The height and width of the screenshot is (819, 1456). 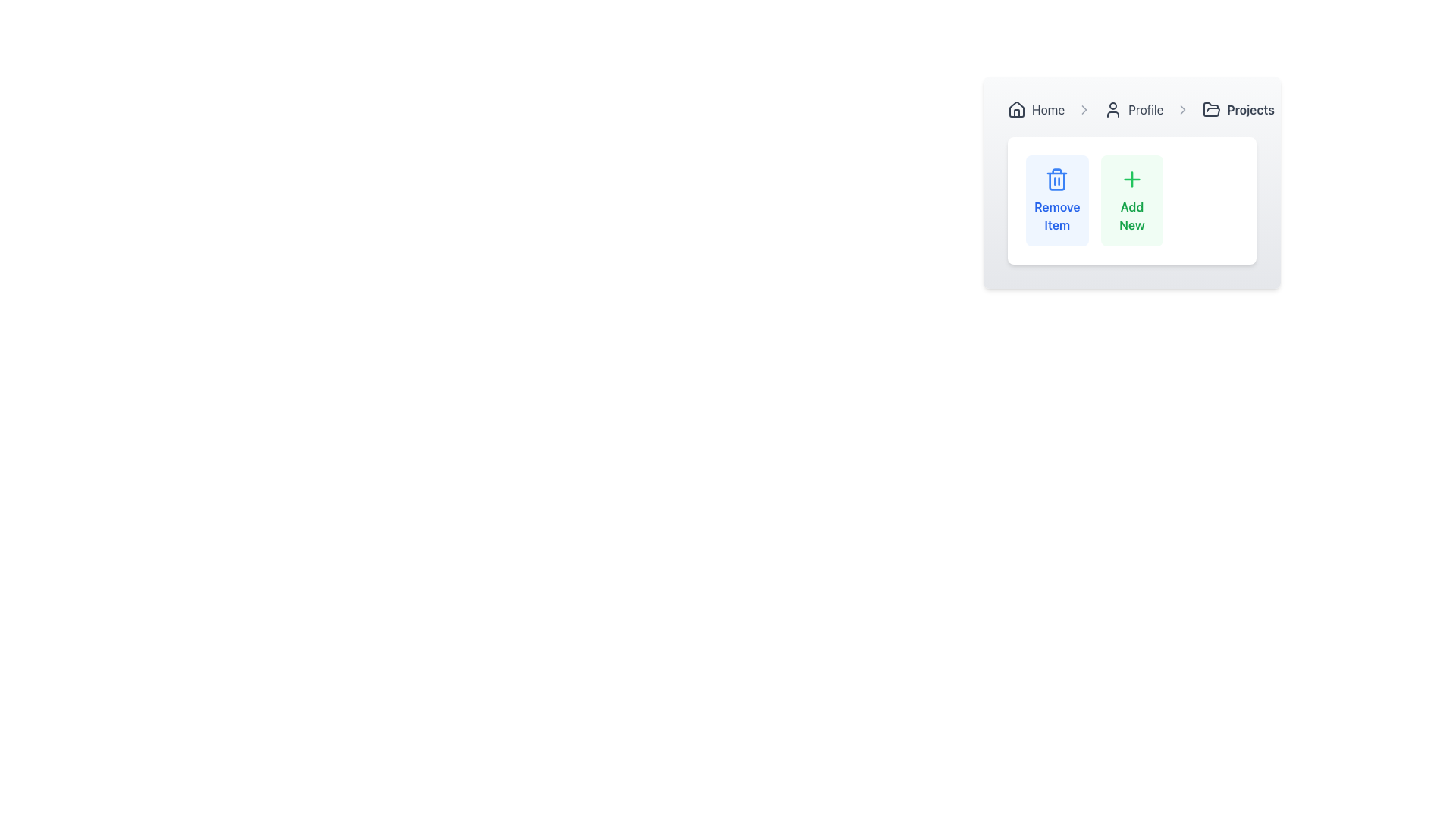 I want to click on the add new items button located within the light green card, so click(x=1131, y=216).